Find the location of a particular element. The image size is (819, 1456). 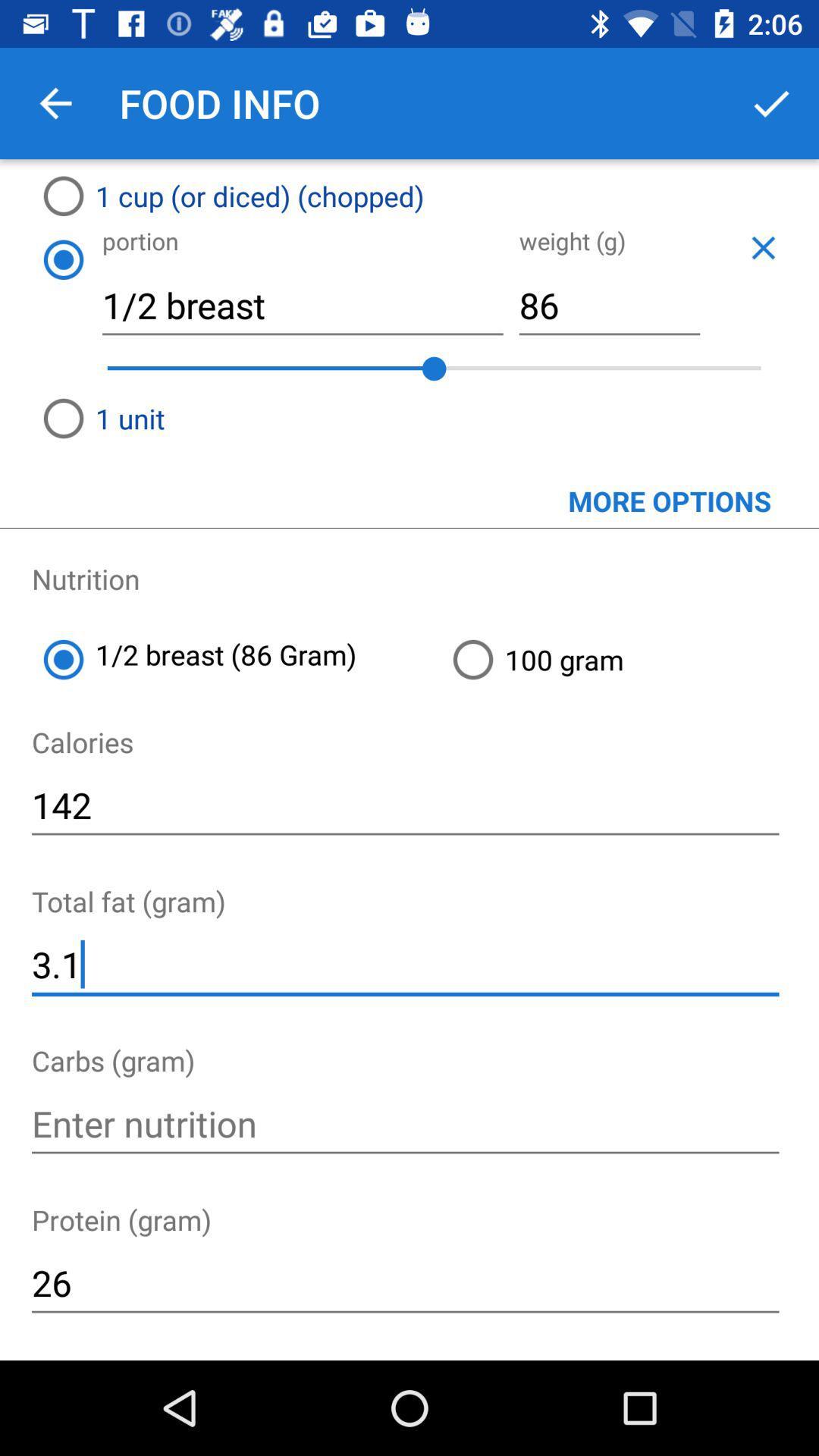

1 cup or is located at coordinates (344, 195).